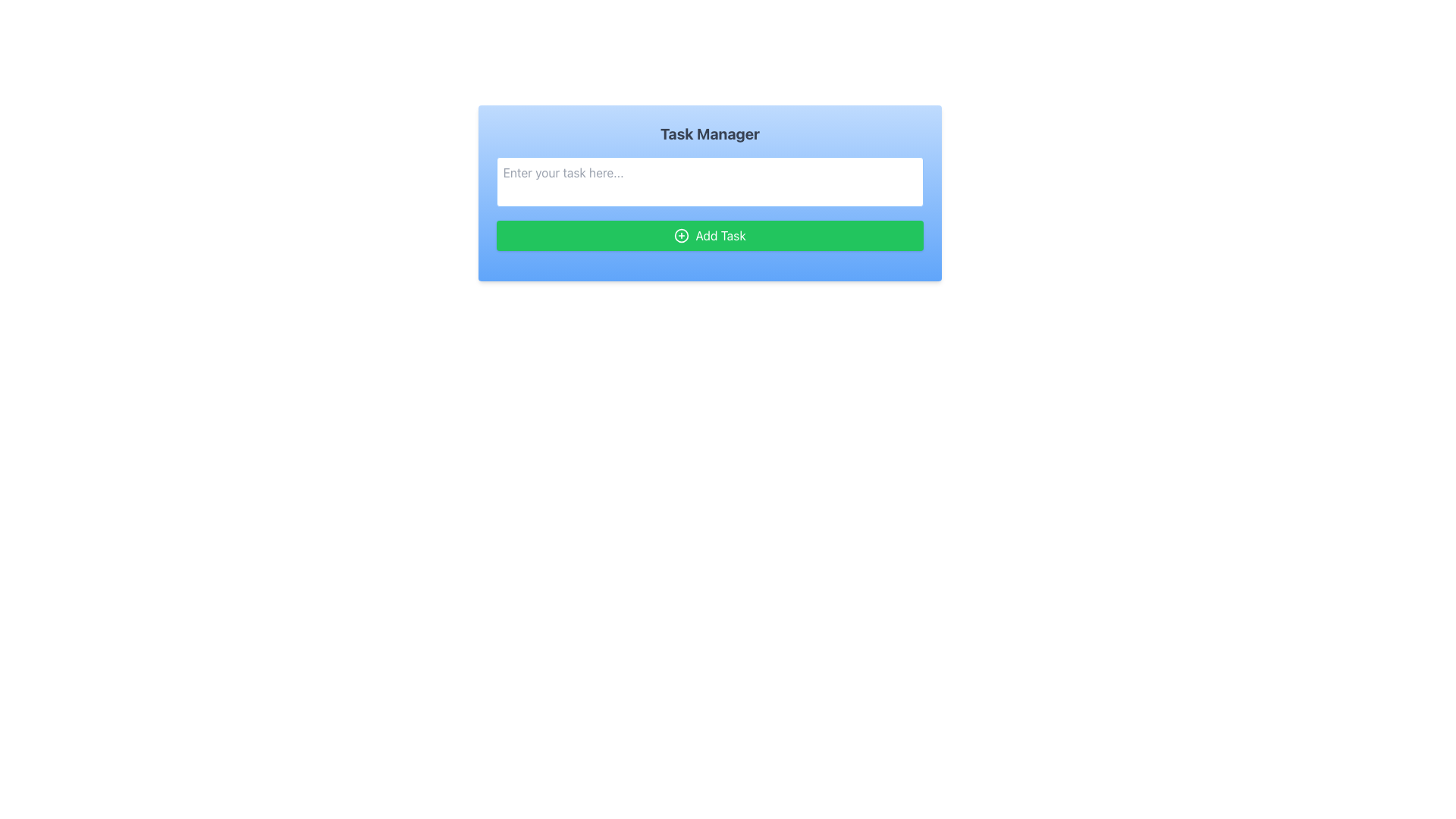 The height and width of the screenshot is (819, 1456). Describe the element at coordinates (709, 236) in the screenshot. I see `the 'Add Task' button located centrally at the bottom of the 'Task Manager' section` at that location.